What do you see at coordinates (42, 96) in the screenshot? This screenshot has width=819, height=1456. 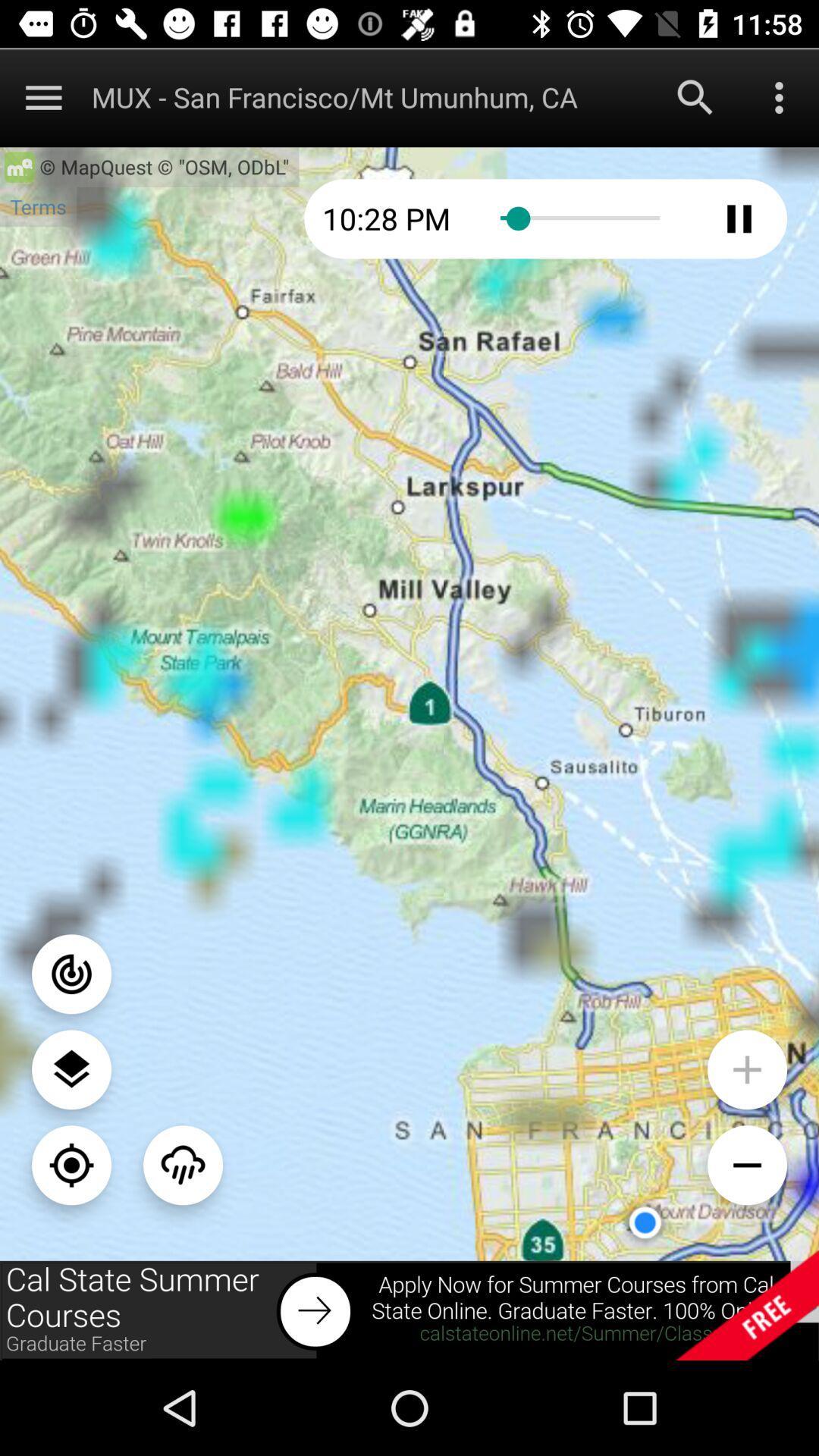 I see `main manu` at bounding box center [42, 96].